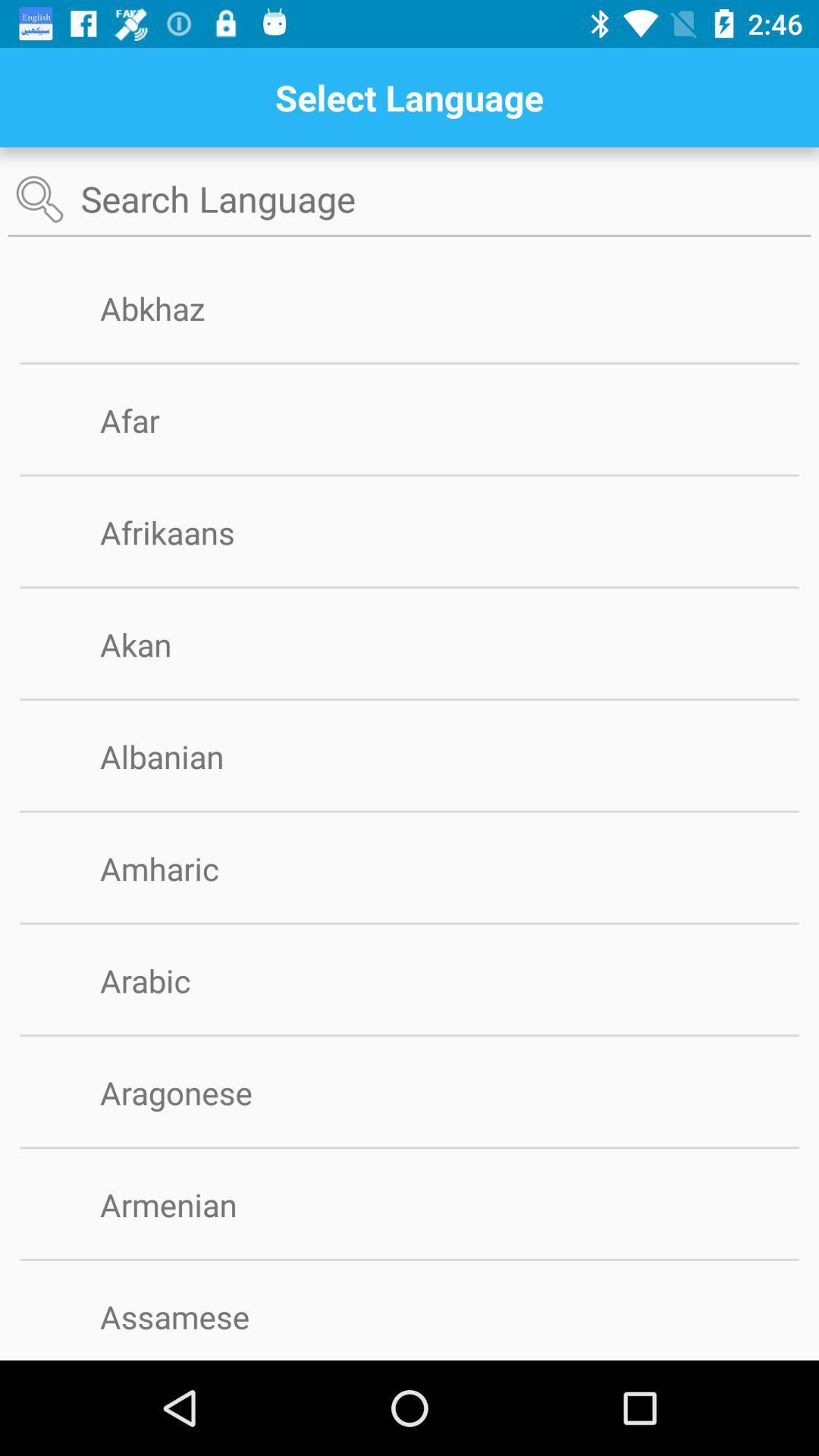 The width and height of the screenshot is (819, 1456). I want to click on icon above the amharic icon, so click(409, 811).